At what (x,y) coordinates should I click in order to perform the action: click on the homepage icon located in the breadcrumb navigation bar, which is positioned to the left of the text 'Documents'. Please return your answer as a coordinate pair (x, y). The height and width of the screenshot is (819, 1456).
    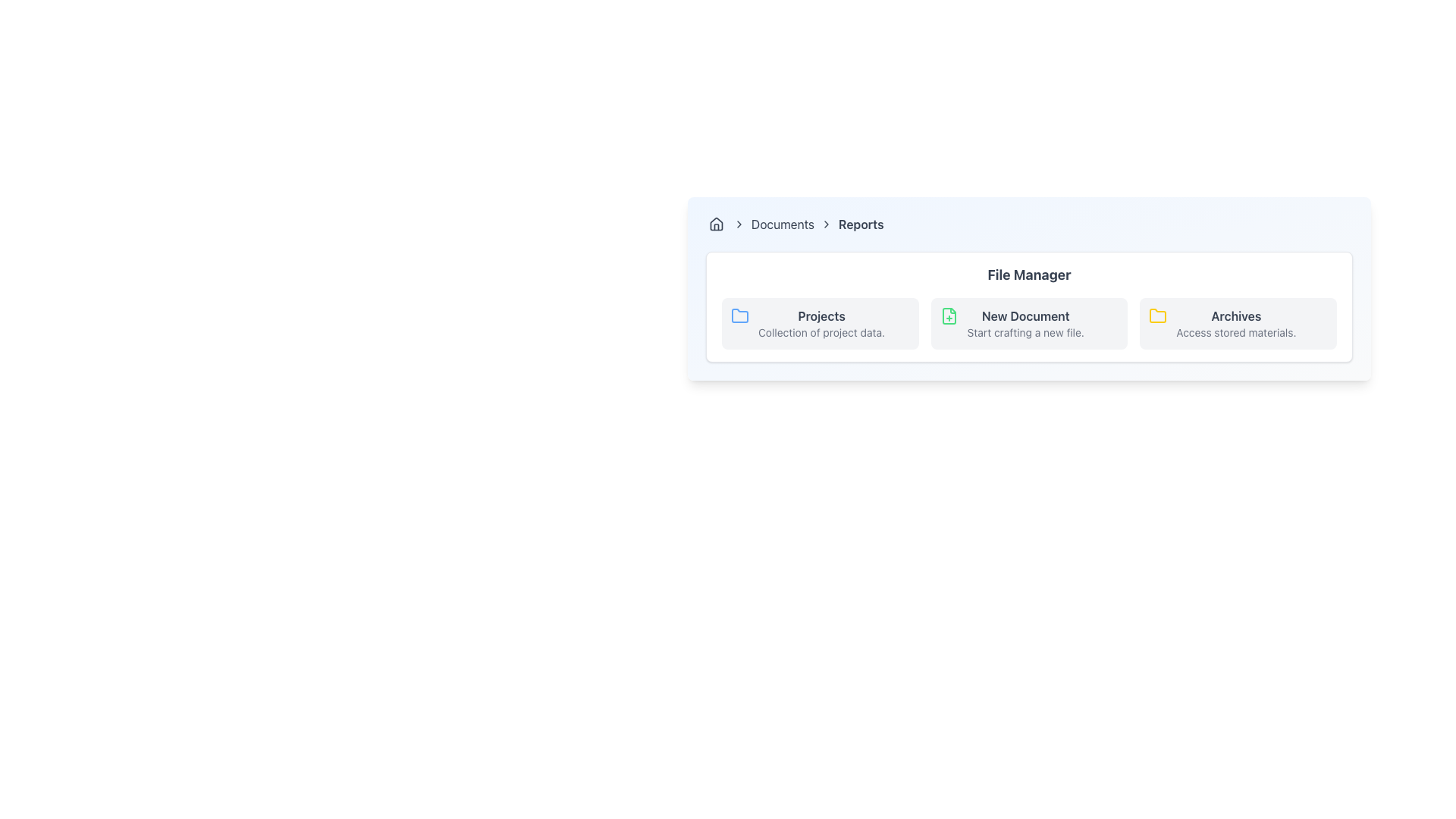
    Looking at the image, I should click on (716, 224).